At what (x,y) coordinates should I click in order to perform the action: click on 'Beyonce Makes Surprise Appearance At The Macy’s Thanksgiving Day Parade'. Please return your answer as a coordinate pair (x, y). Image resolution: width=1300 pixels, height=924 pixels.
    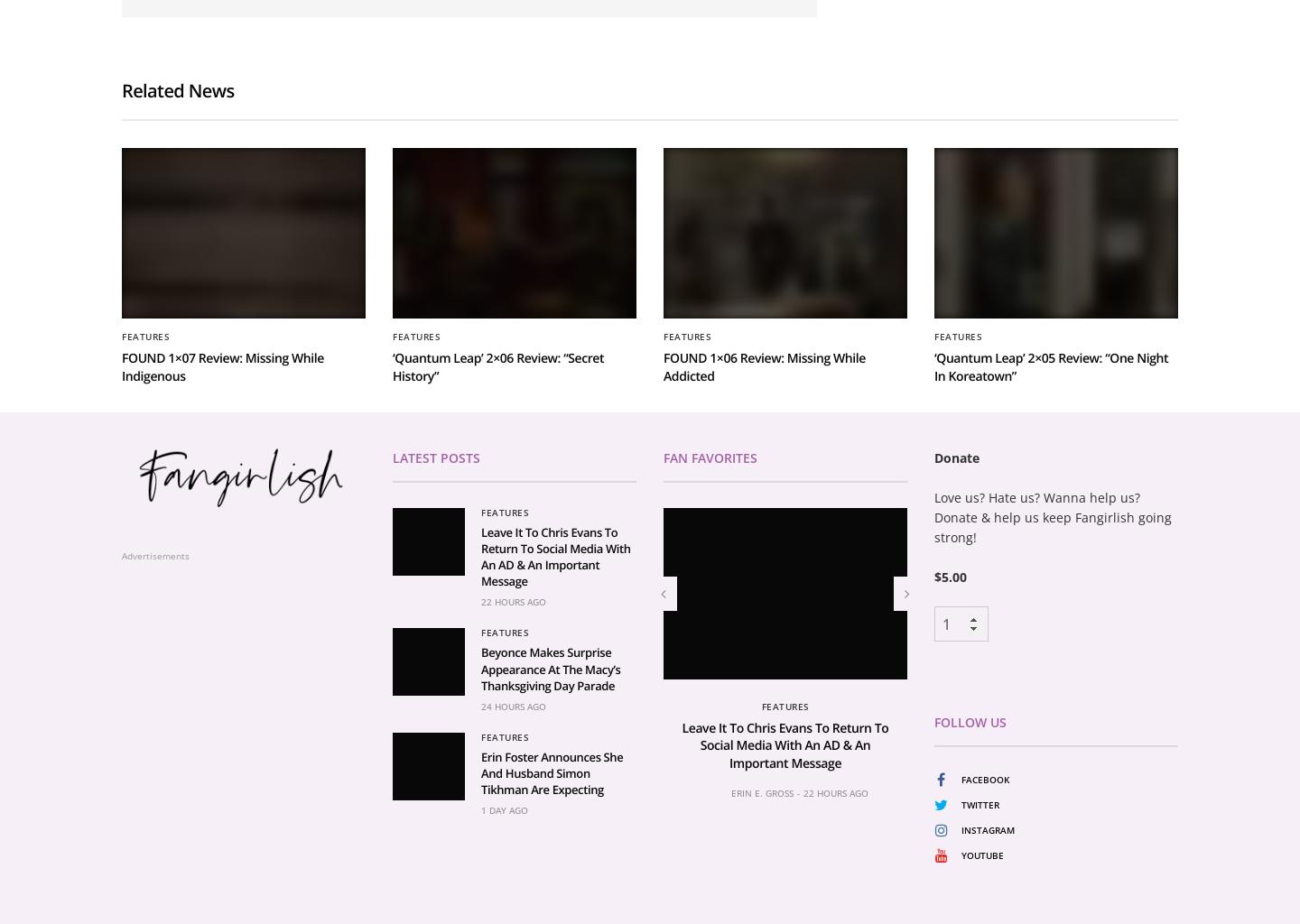
    Looking at the image, I should click on (479, 880).